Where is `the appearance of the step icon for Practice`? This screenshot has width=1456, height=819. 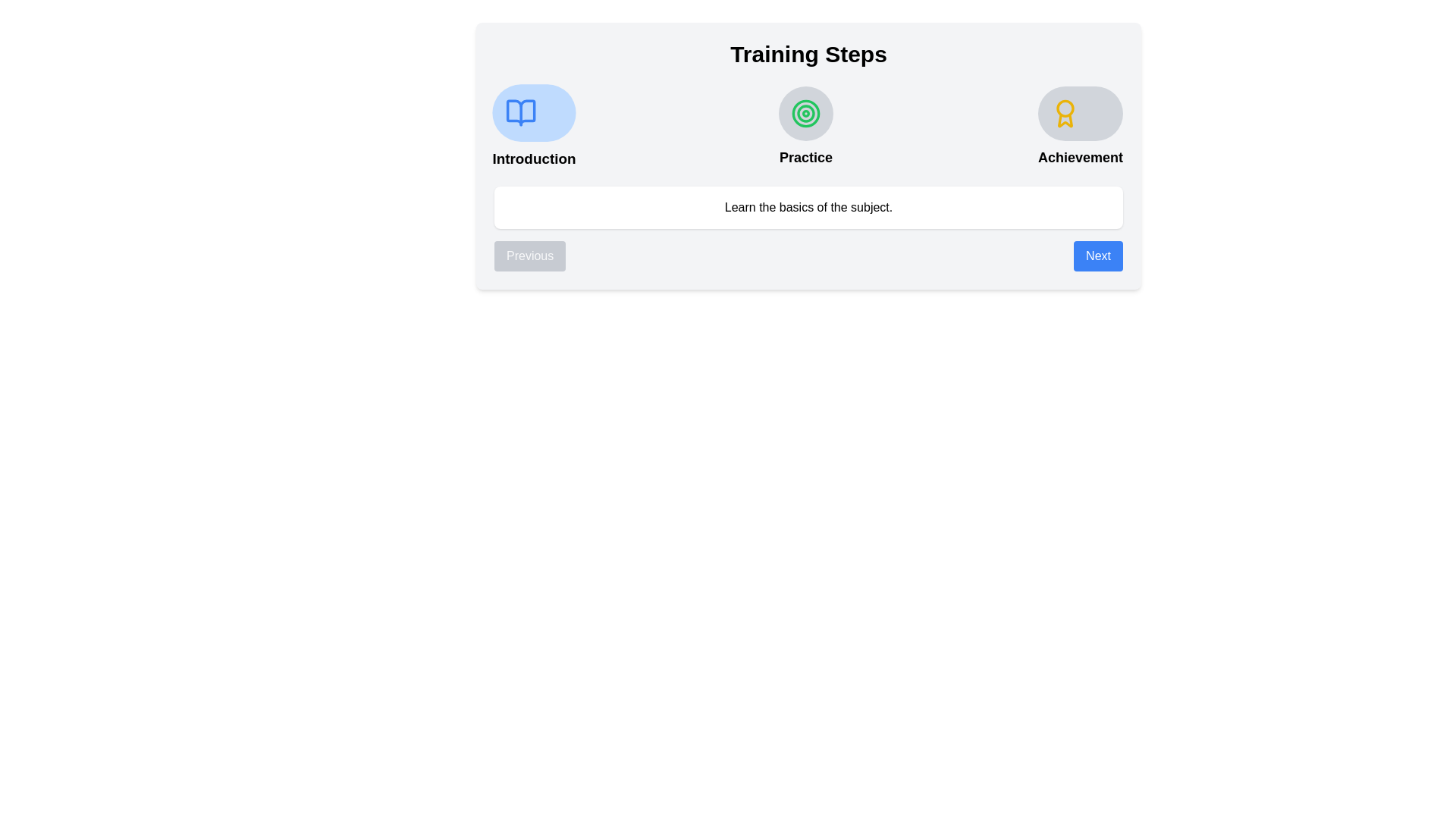 the appearance of the step icon for Practice is located at coordinates (805, 113).